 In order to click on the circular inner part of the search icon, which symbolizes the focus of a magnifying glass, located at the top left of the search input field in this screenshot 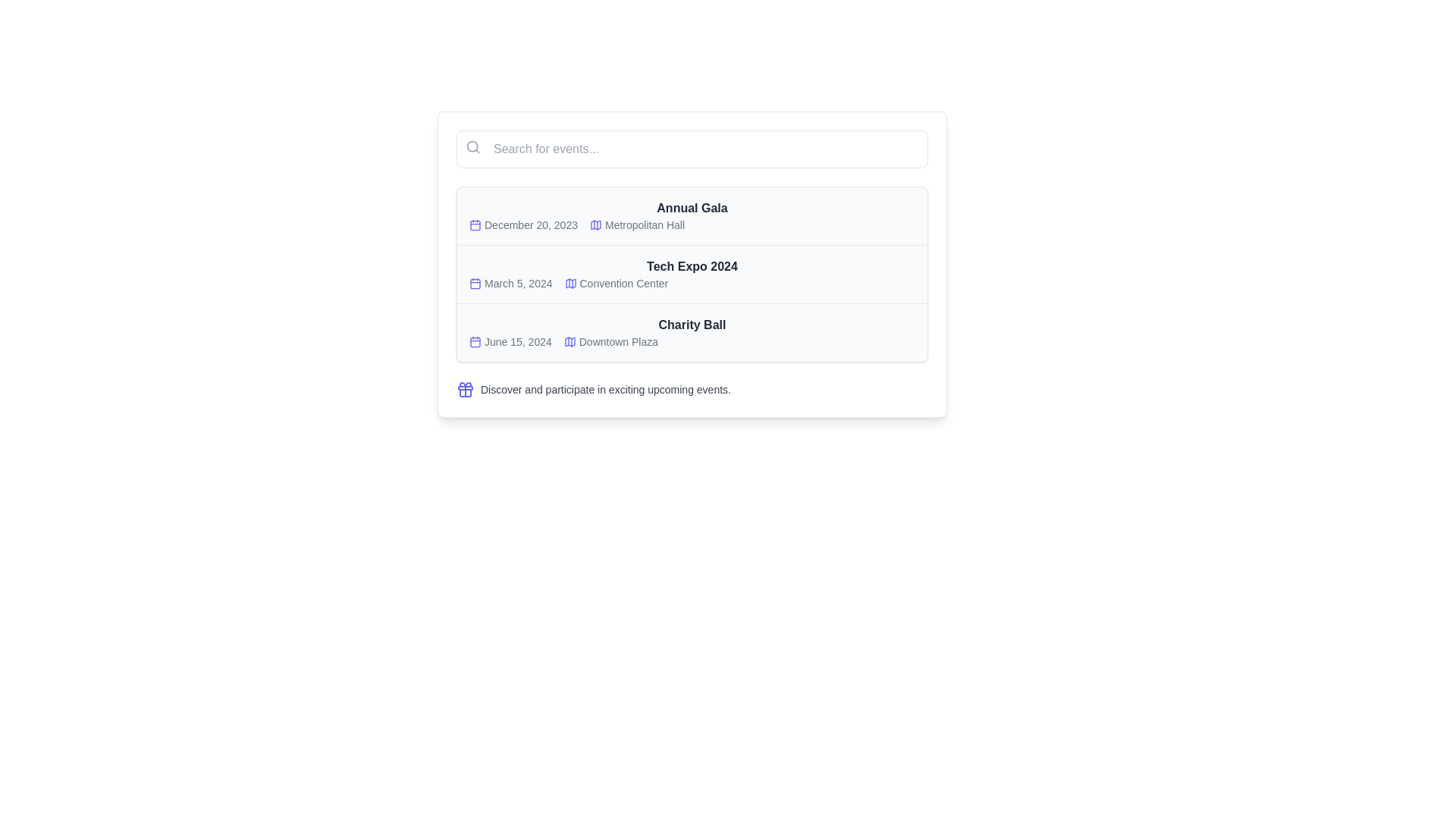, I will do `click(472, 146)`.